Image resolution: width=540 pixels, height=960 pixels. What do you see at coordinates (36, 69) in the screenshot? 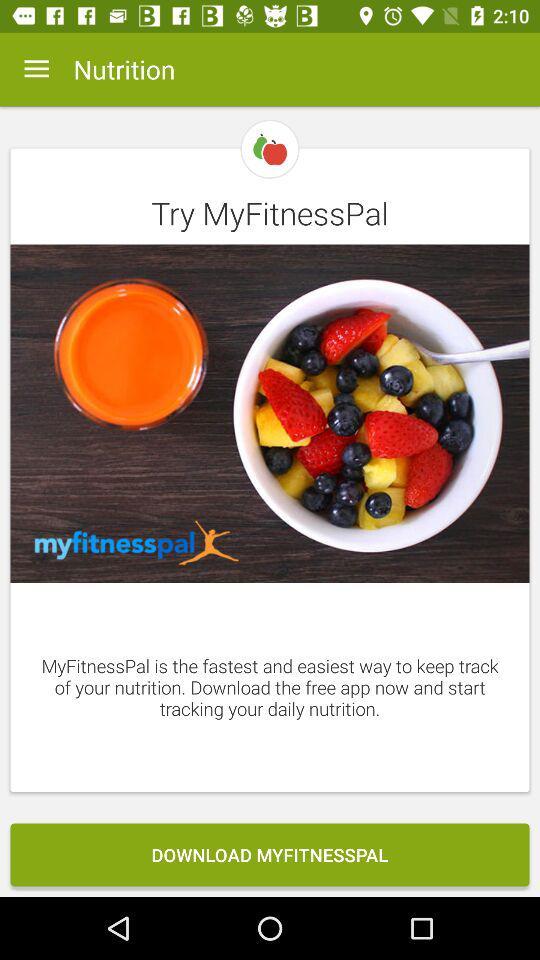
I see `the item next to the nutrition item` at bounding box center [36, 69].